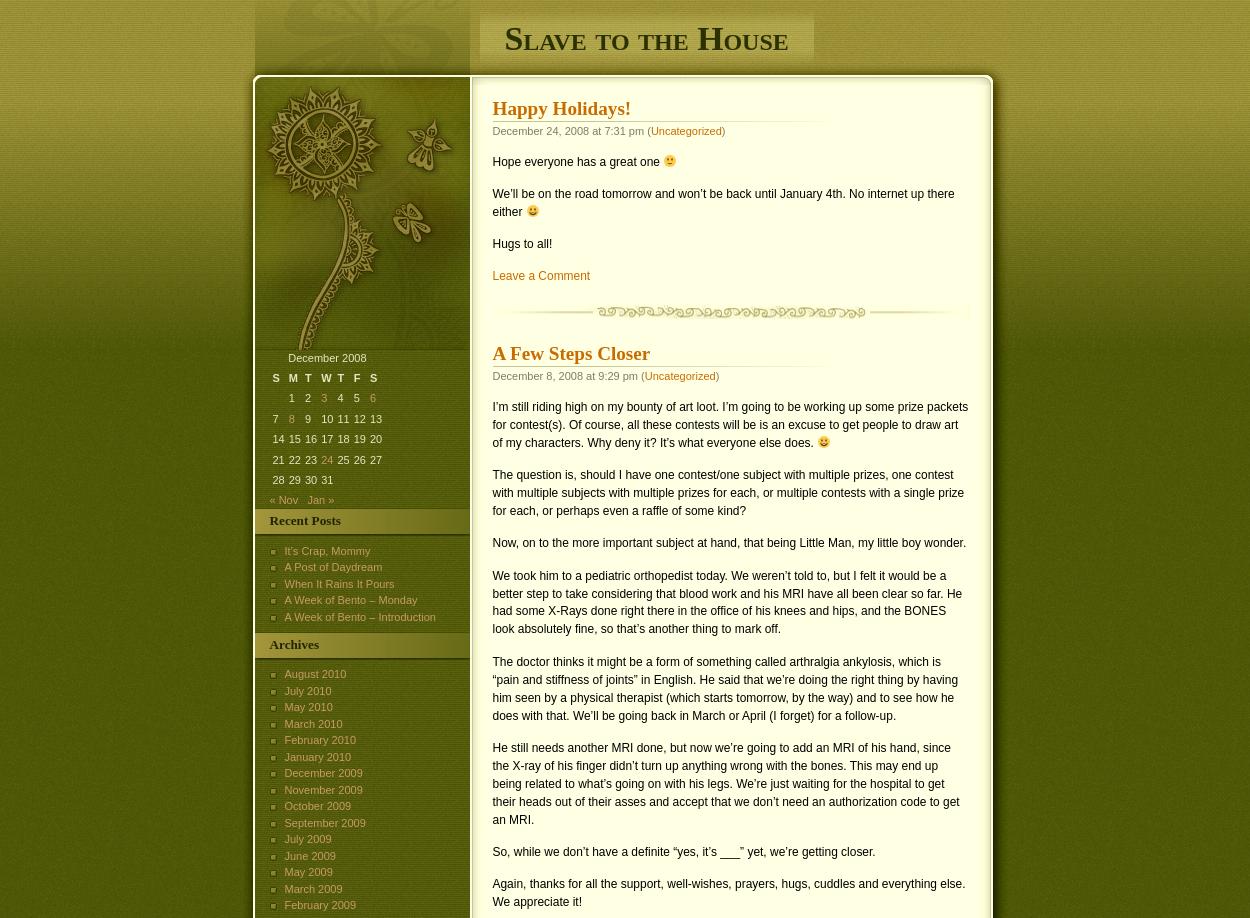 This screenshot has width=1250, height=918. I want to click on '8', so click(291, 416).